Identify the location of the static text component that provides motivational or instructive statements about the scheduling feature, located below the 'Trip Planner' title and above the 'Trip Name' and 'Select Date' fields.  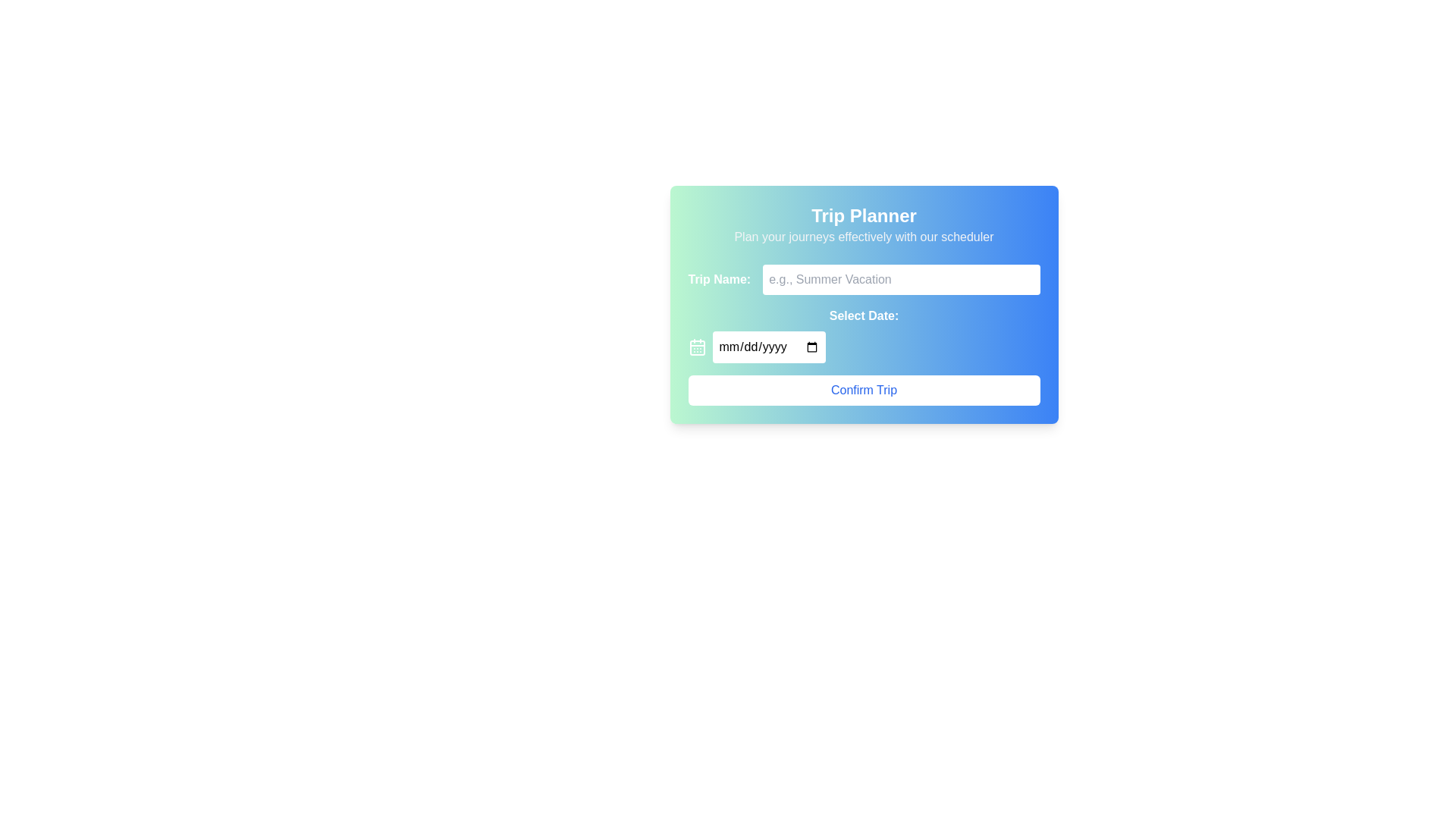
(864, 237).